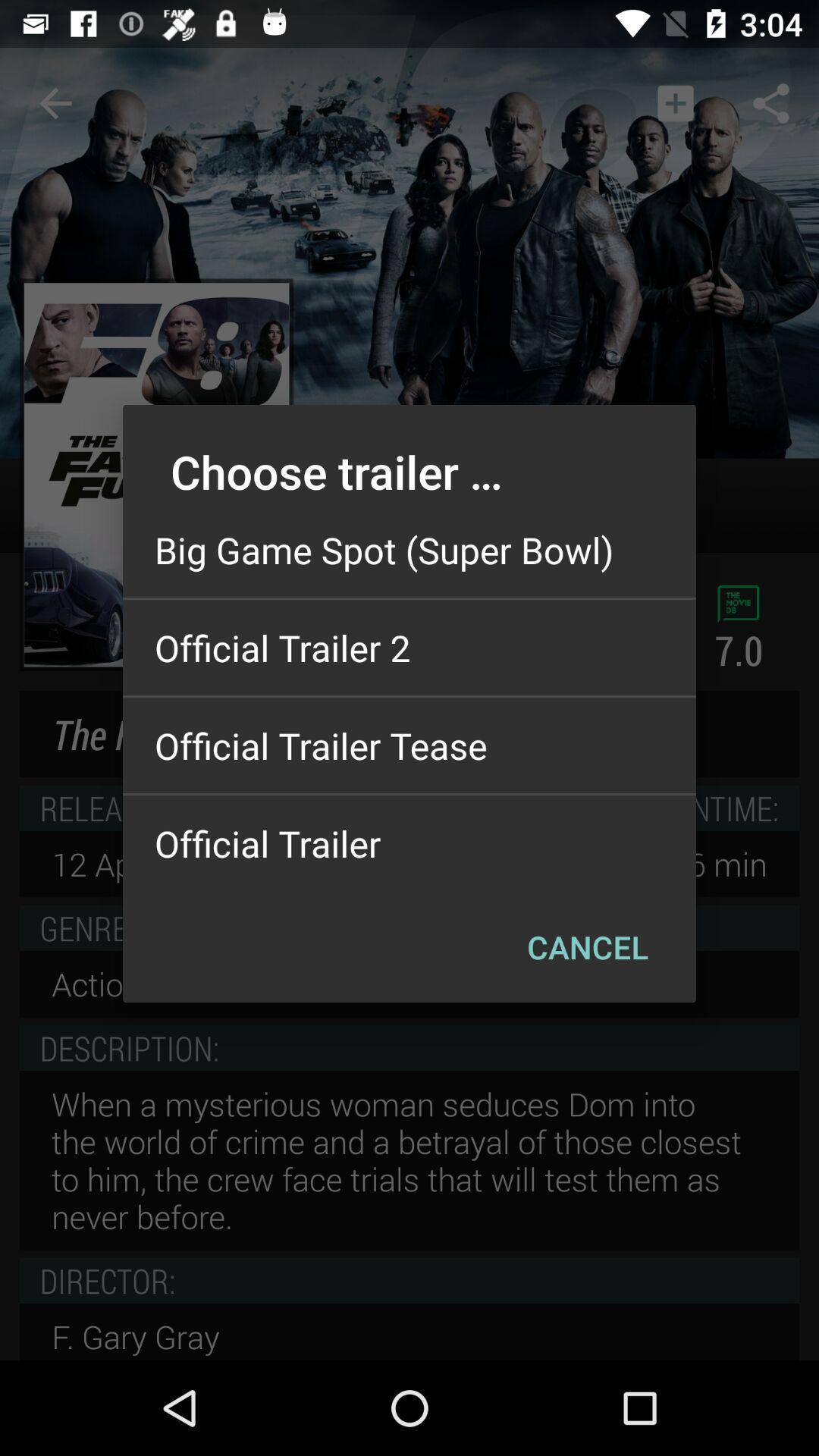  Describe the element at coordinates (409, 549) in the screenshot. I see `icon above official trailer 2 icon` at that location.